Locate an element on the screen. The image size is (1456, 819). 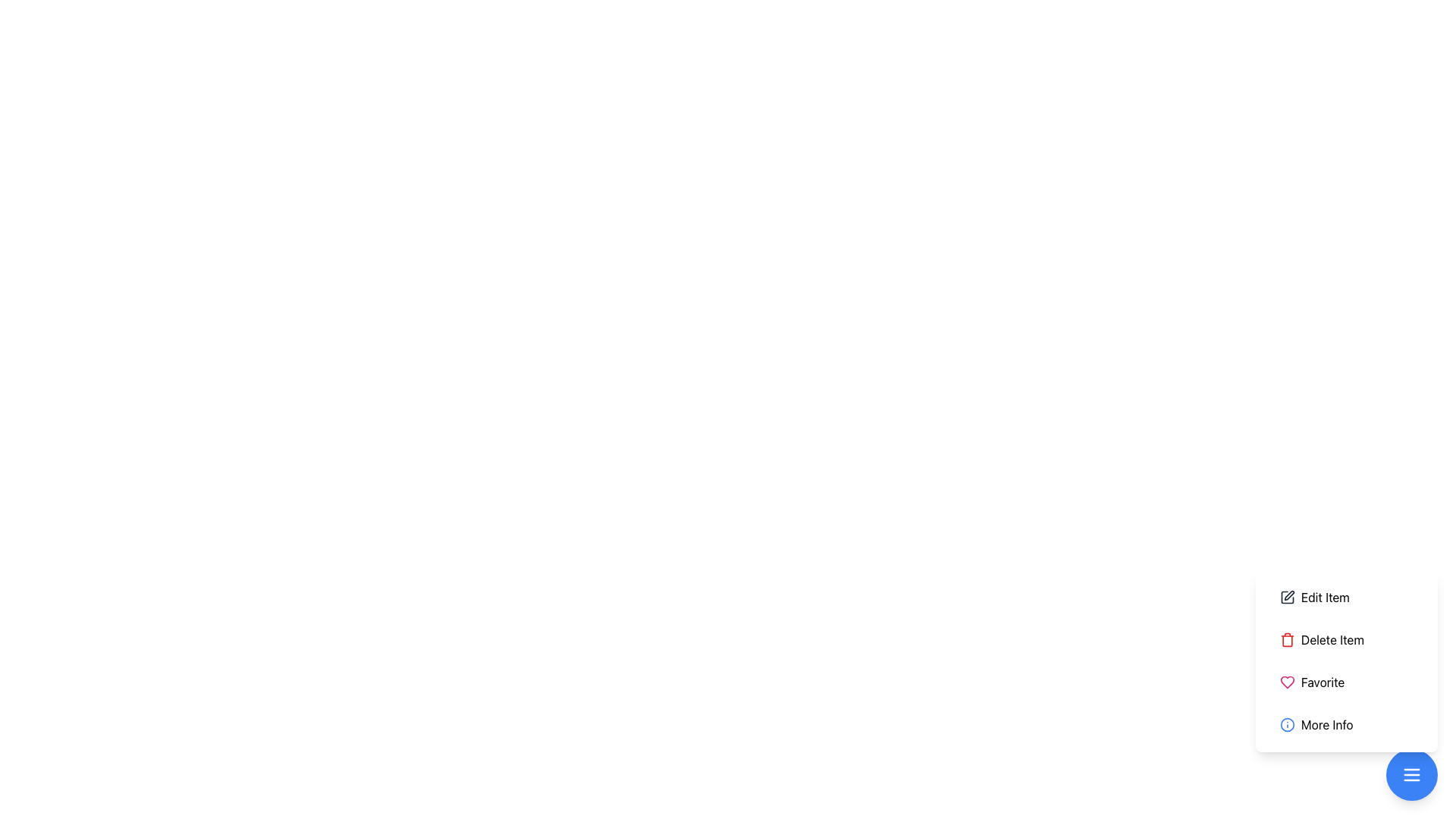
the 'Favorite' icon located to the left of the 'Favorite' text label in the vertical menu is located at coordinates (1287, 681).